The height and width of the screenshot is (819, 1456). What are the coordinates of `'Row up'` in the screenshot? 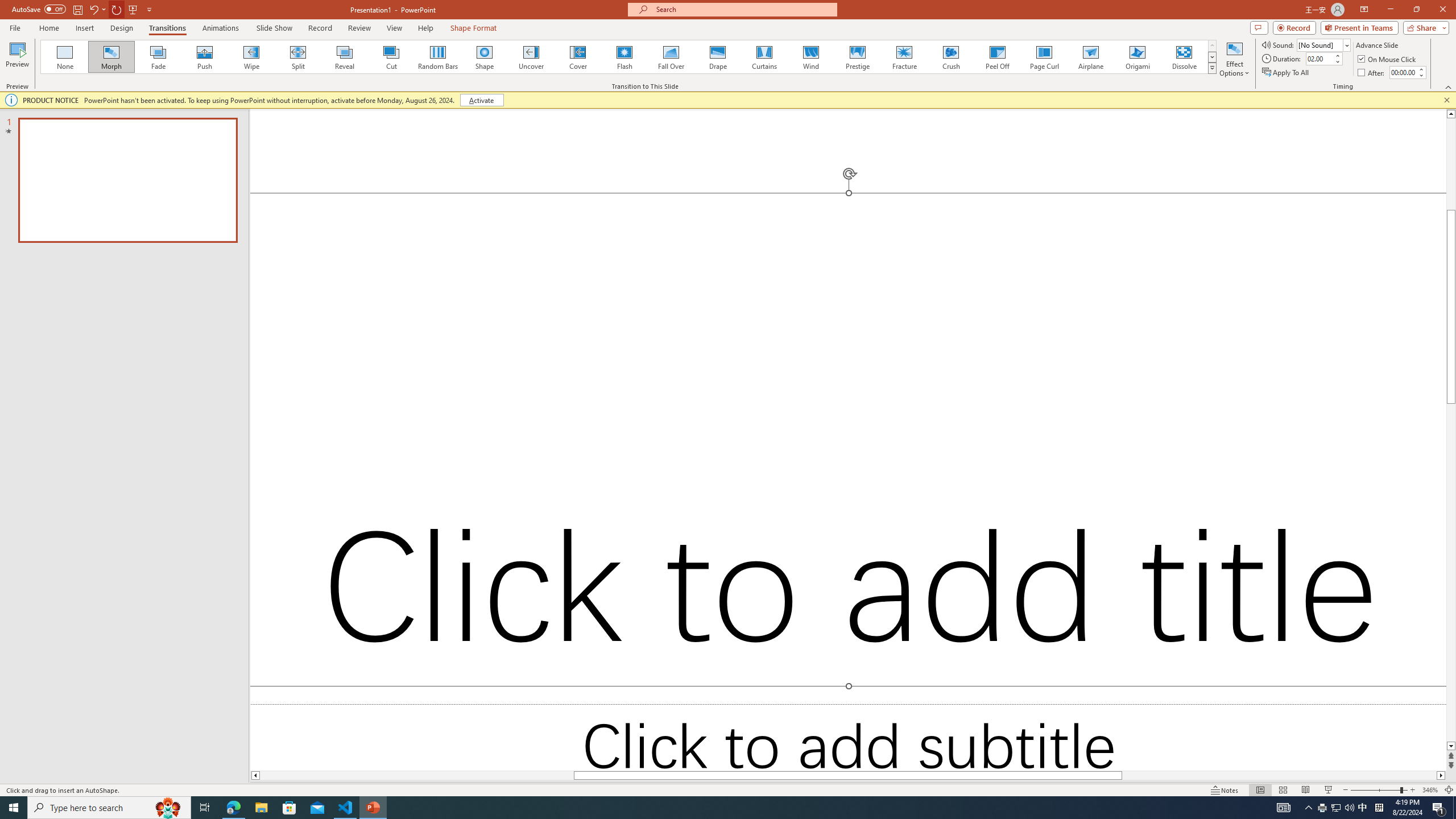 It's located at (1212, 45).